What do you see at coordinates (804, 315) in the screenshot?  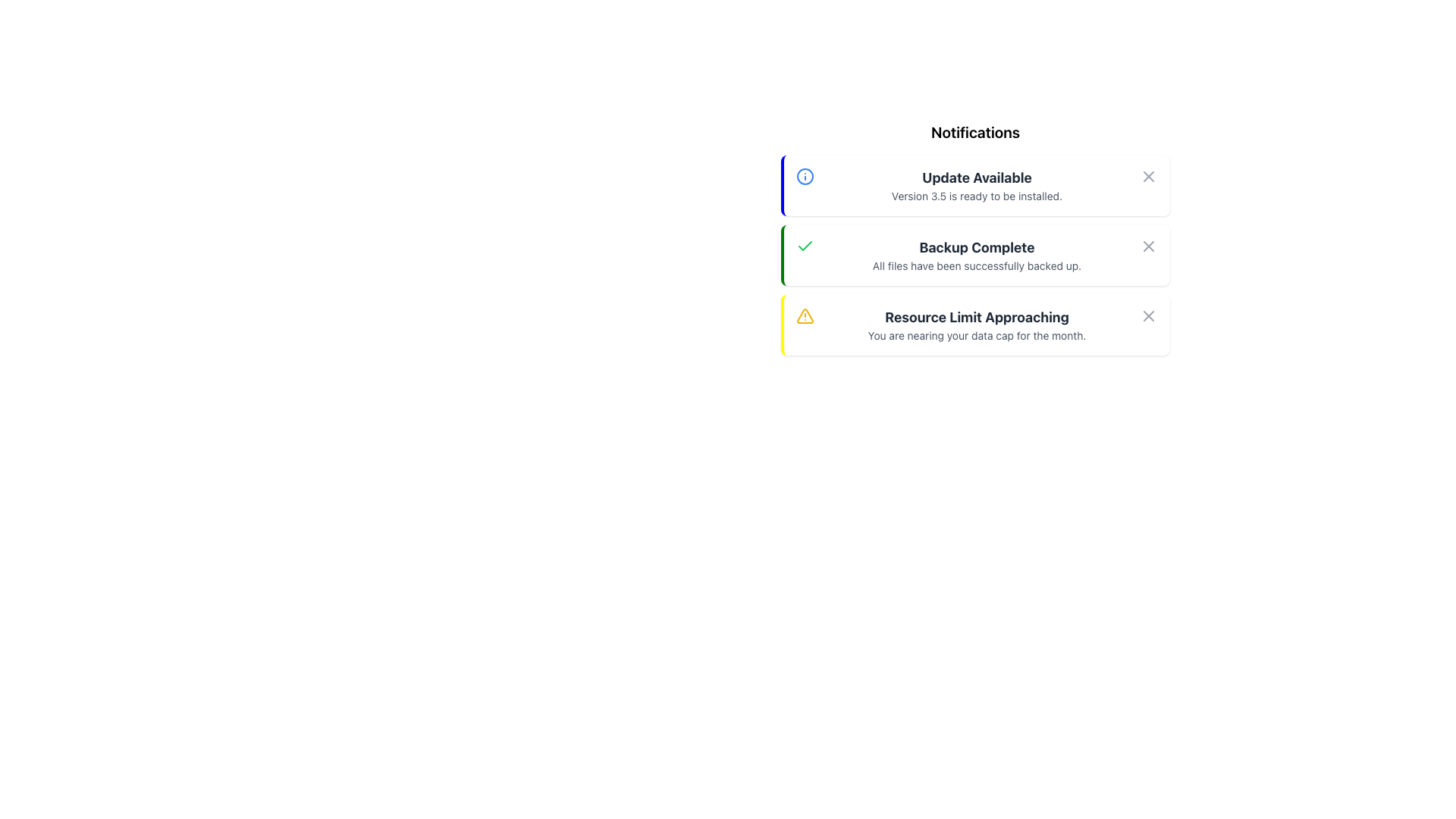 I see `the triangular icon with a yellow border and white interior, featuring a bold yellow exclamation mark, located in the left section of the 'Resource Limit Approaching' notification card` at bounding box center [804, 315].